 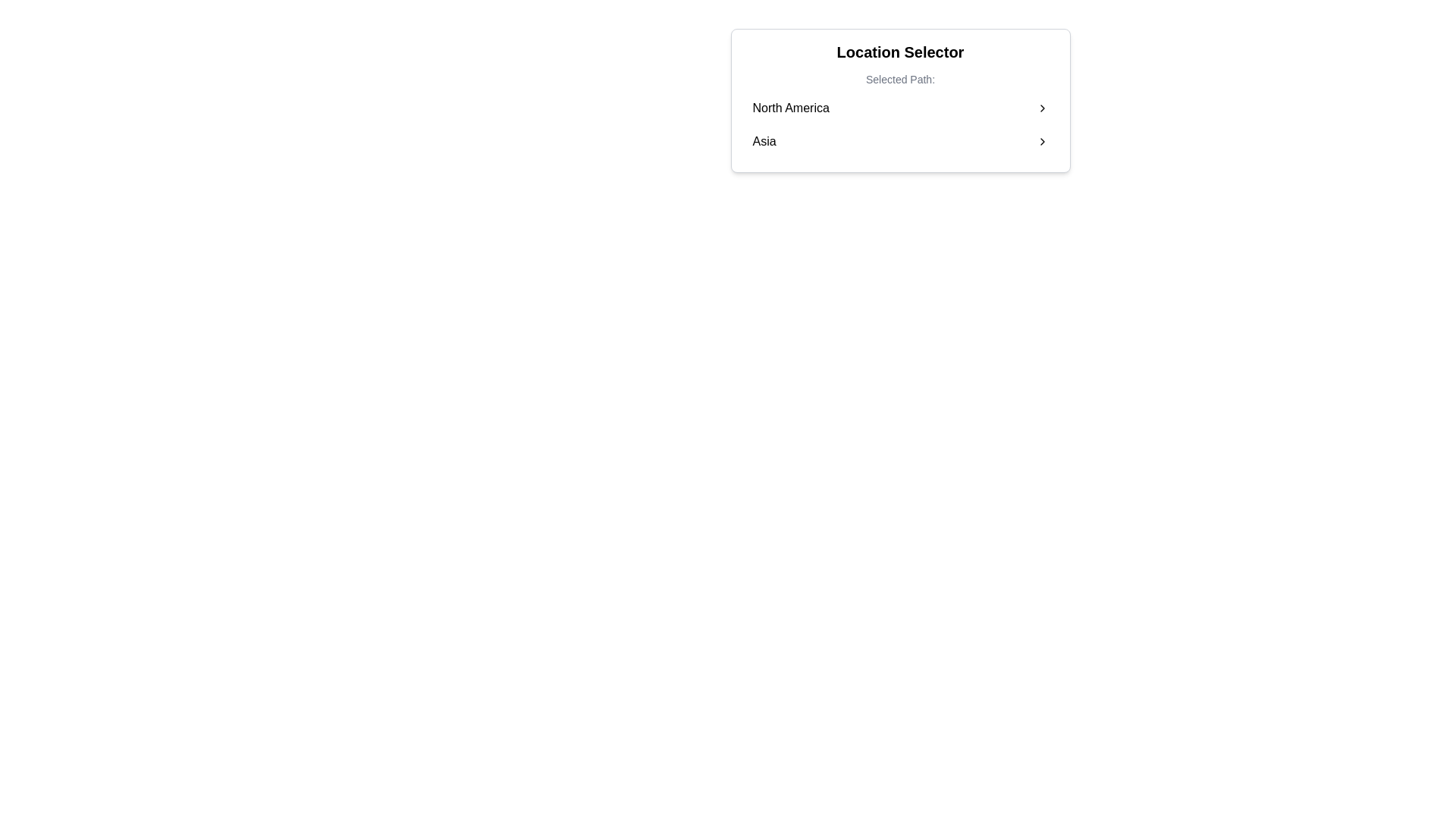 I want to click on the selectable list item displaying 'Asia', so click(x=900, y=141).